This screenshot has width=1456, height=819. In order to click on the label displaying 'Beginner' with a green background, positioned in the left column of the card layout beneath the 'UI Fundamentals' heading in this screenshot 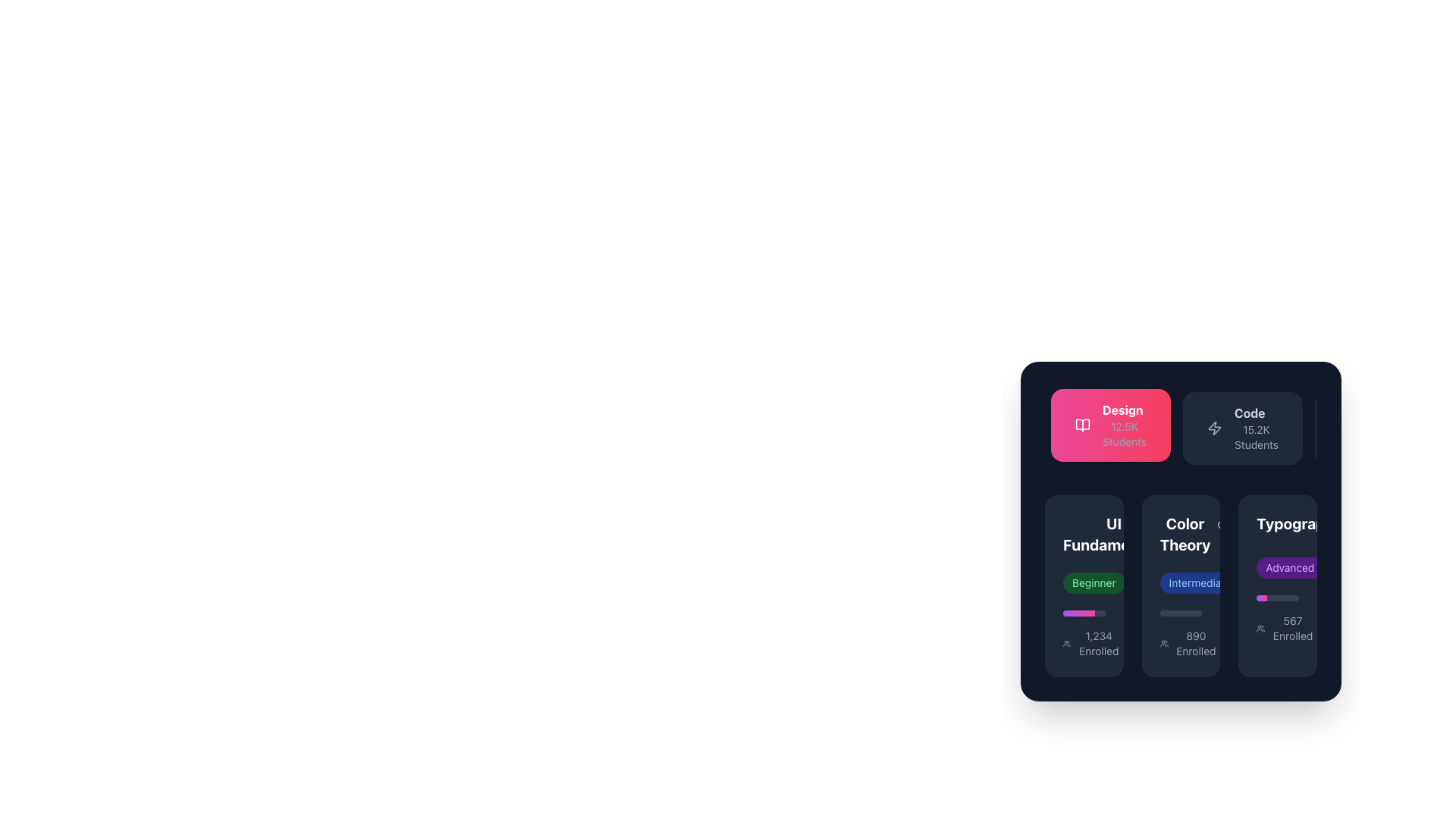, I will do `click(1083, 582)`.